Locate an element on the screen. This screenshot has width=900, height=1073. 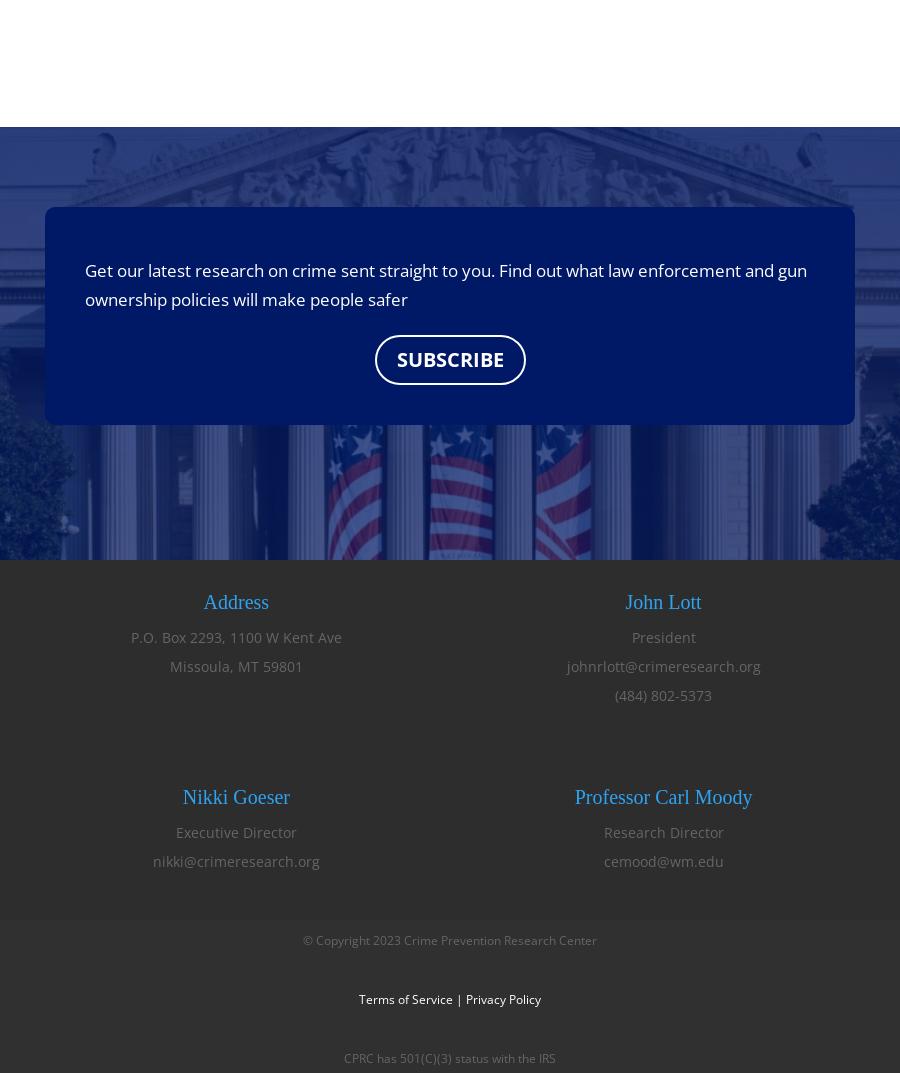
'cemood@wm.edu' is located at coordinates (663, 859).